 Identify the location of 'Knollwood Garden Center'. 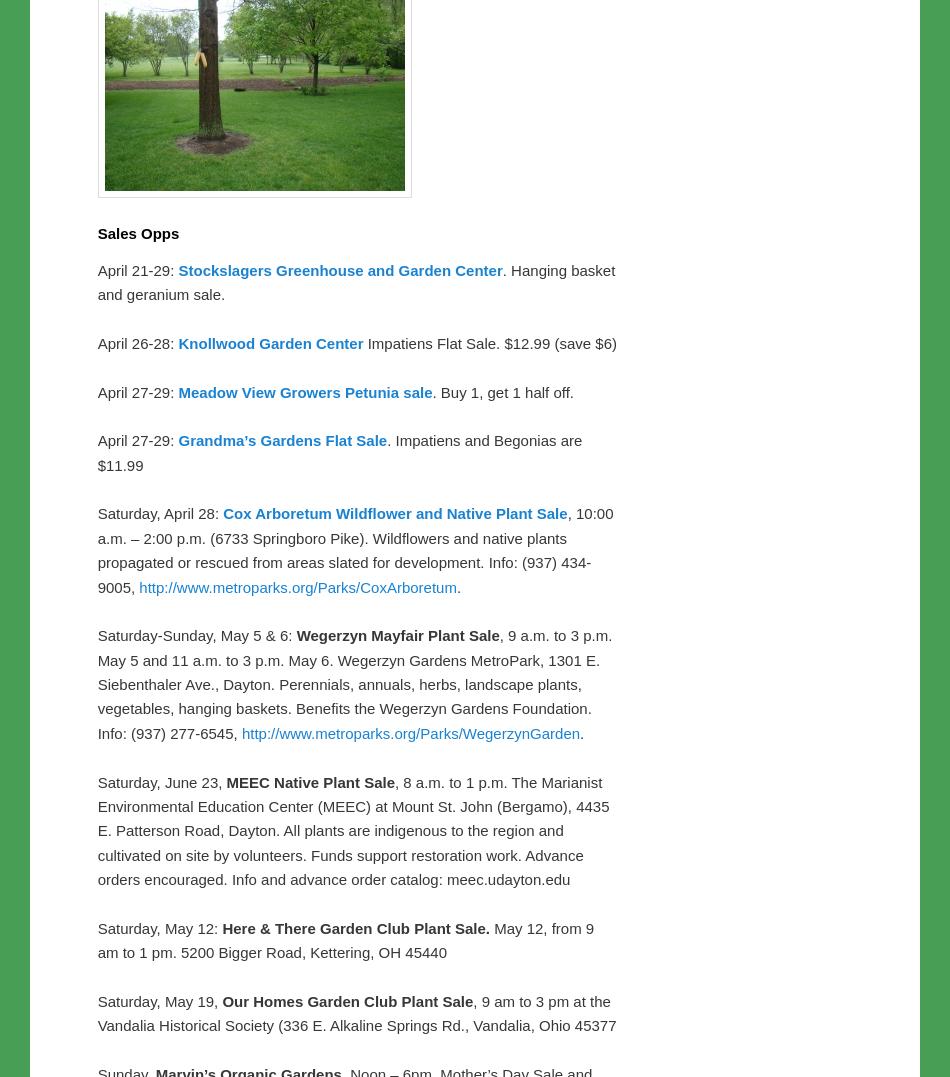
(269, 341).